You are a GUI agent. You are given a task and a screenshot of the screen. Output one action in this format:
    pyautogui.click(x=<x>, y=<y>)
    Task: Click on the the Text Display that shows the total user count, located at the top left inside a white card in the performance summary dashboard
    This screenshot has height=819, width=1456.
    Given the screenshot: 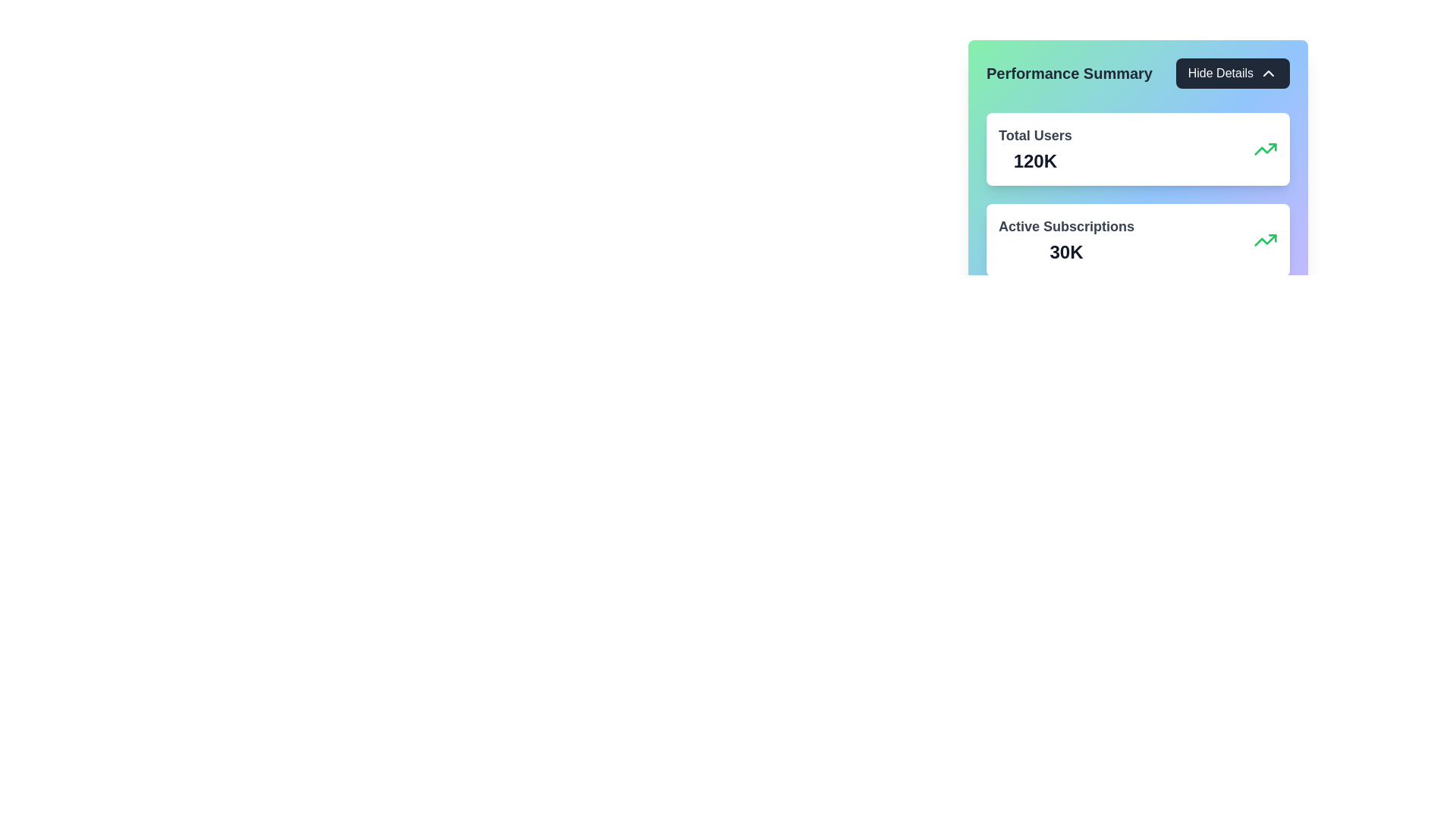 What is the action you would take?
    pyautogui.click(x=1034, y=149)
    